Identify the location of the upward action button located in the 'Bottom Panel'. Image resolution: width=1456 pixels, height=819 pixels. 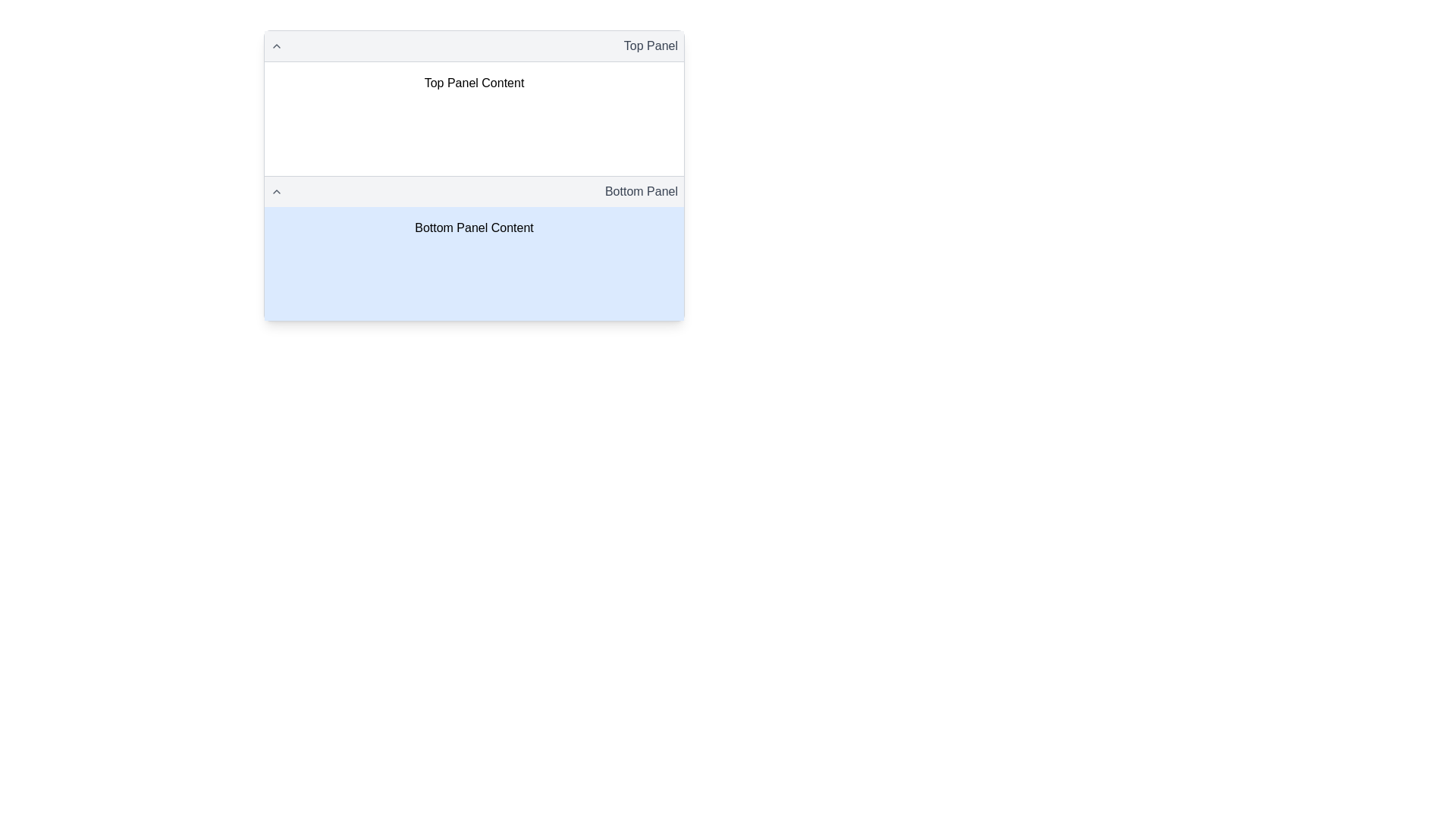
(276, 191).